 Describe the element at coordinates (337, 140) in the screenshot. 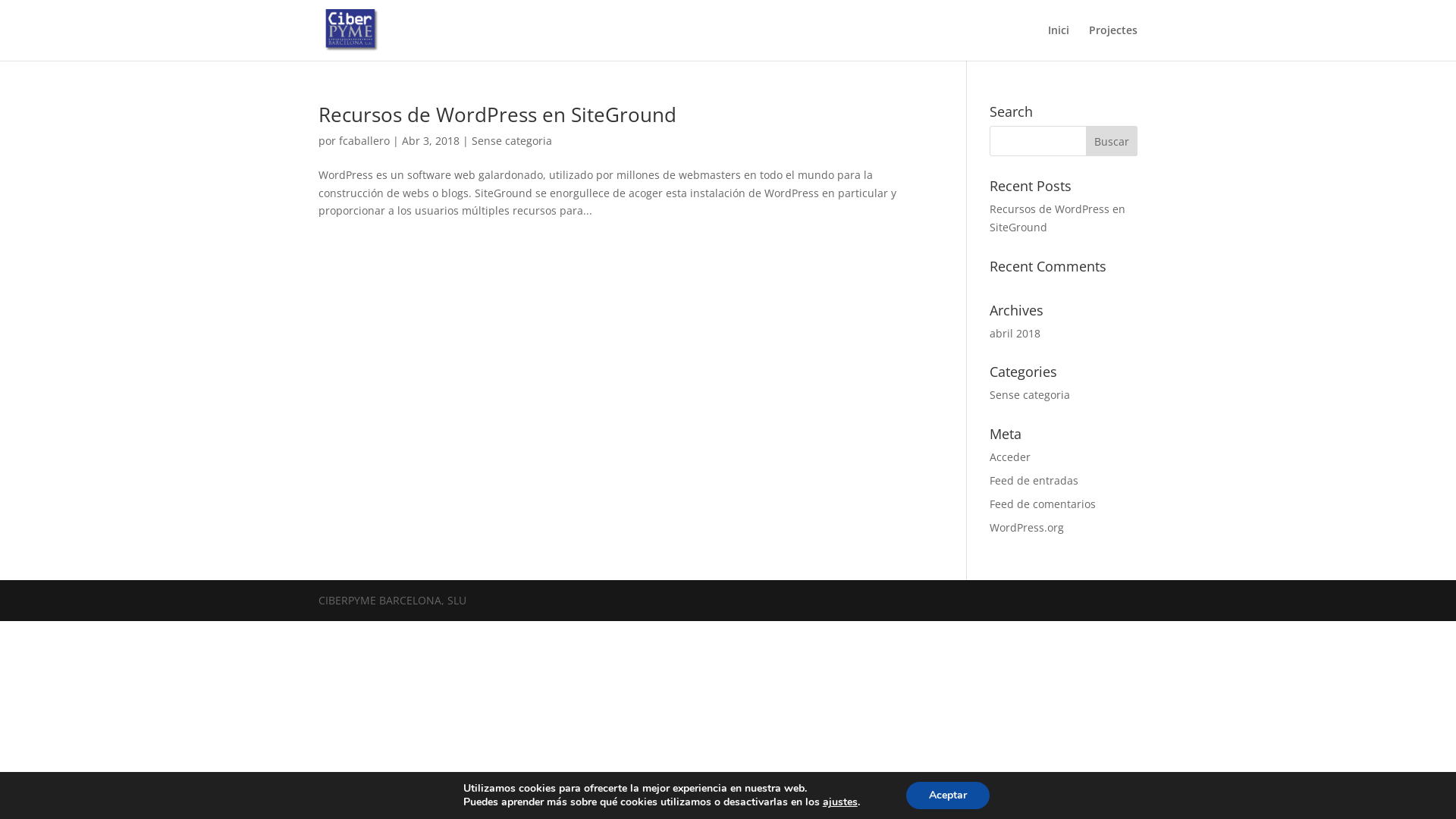

I see `'fcaballero'` at that location.